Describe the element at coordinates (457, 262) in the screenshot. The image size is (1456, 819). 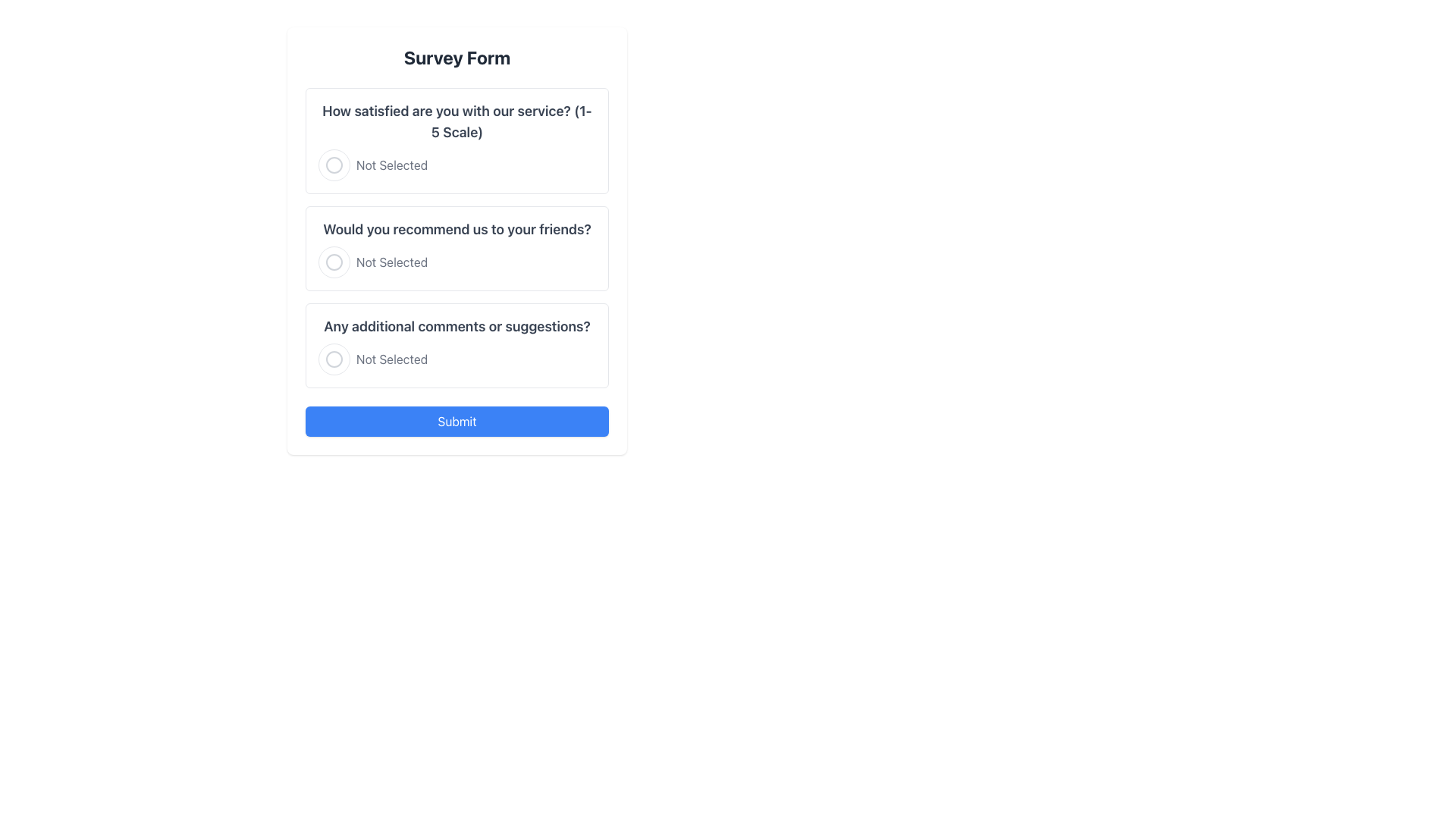
I see `the unselected radio button labeled 'Not Selected'` at that location.